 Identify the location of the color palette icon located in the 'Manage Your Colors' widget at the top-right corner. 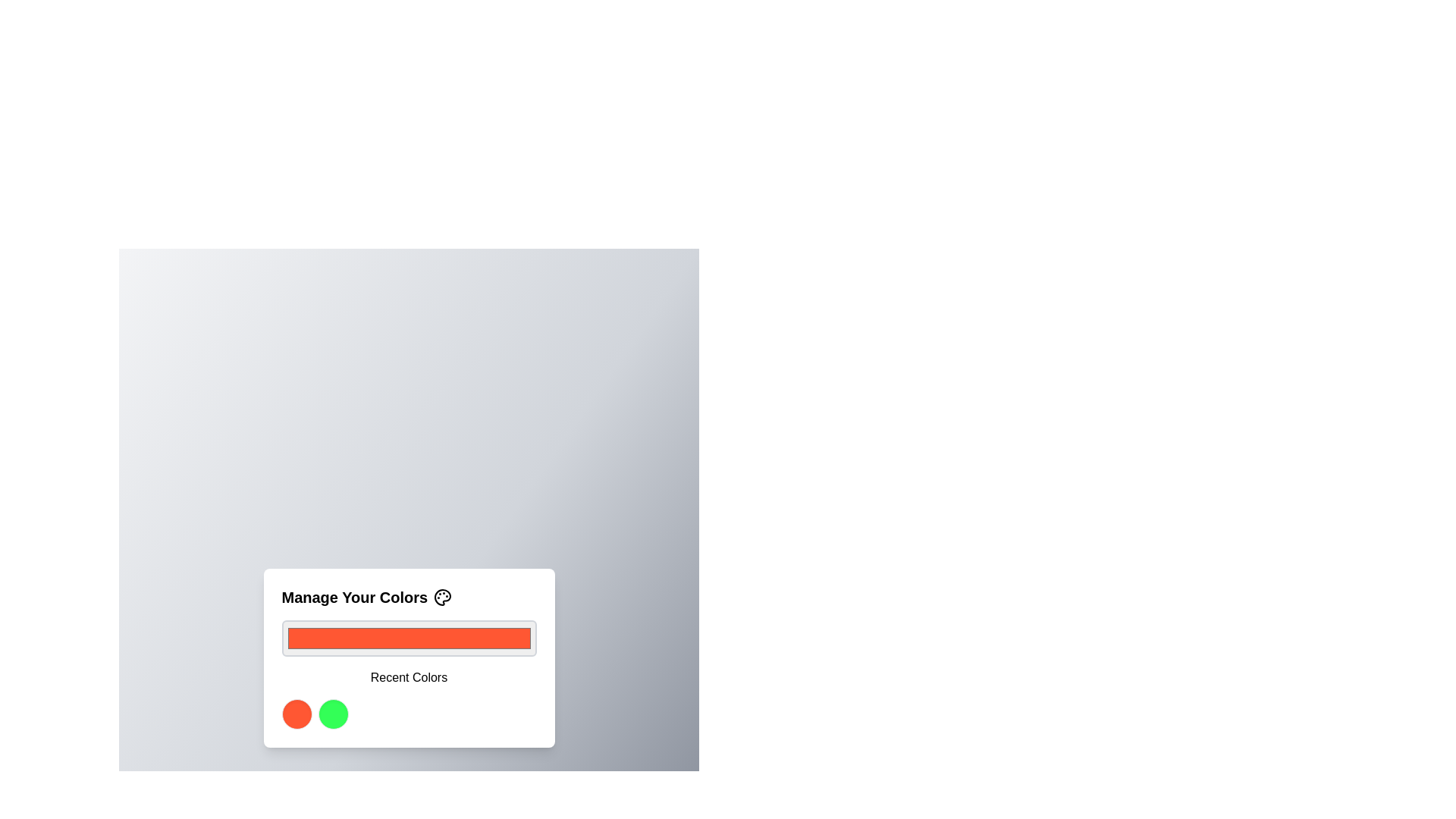
(442, 596).